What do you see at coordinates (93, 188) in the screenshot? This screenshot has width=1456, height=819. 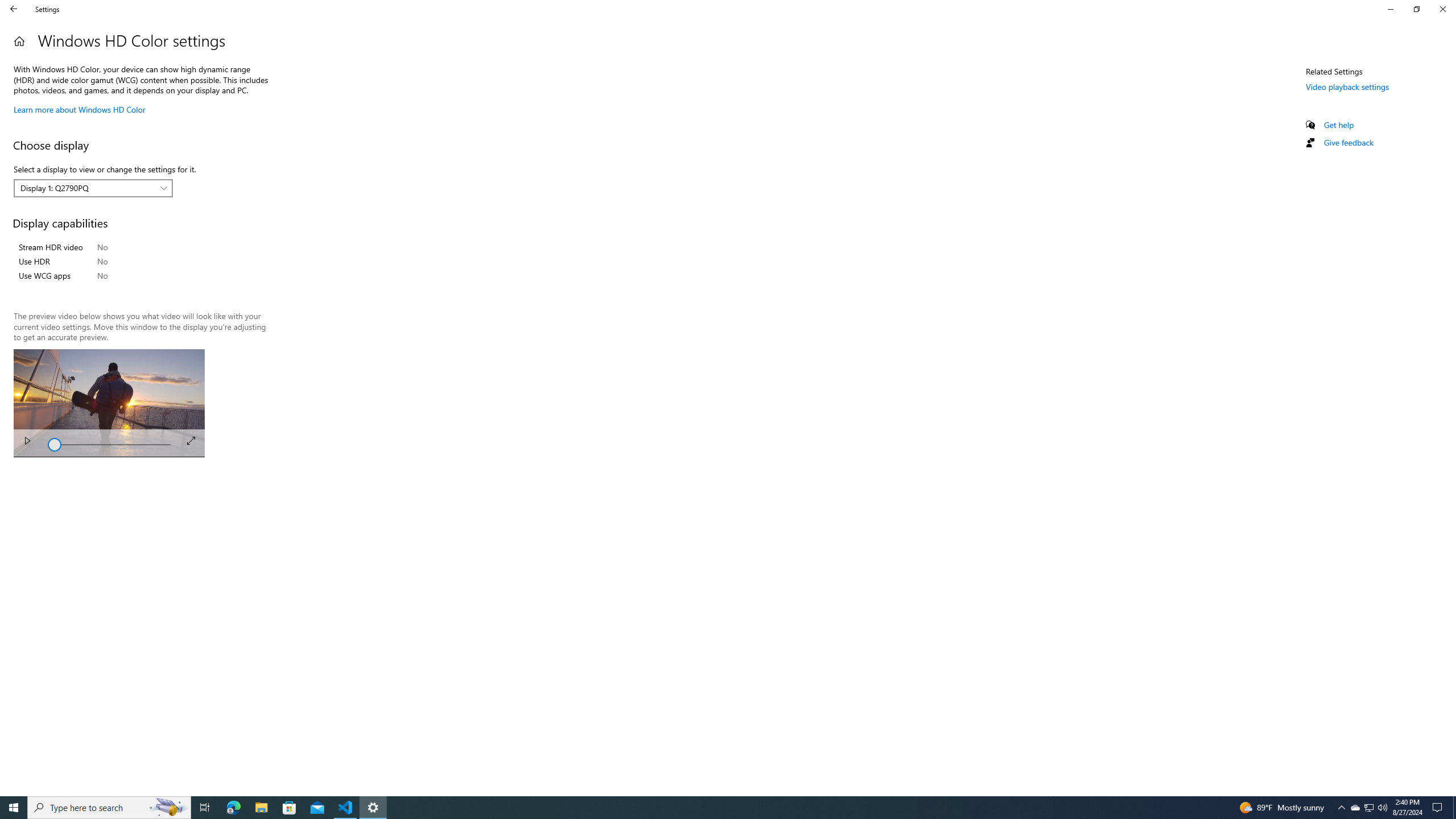 I see `'Select a display to view or change the settings for it.'` at bounding box center [93, 188].